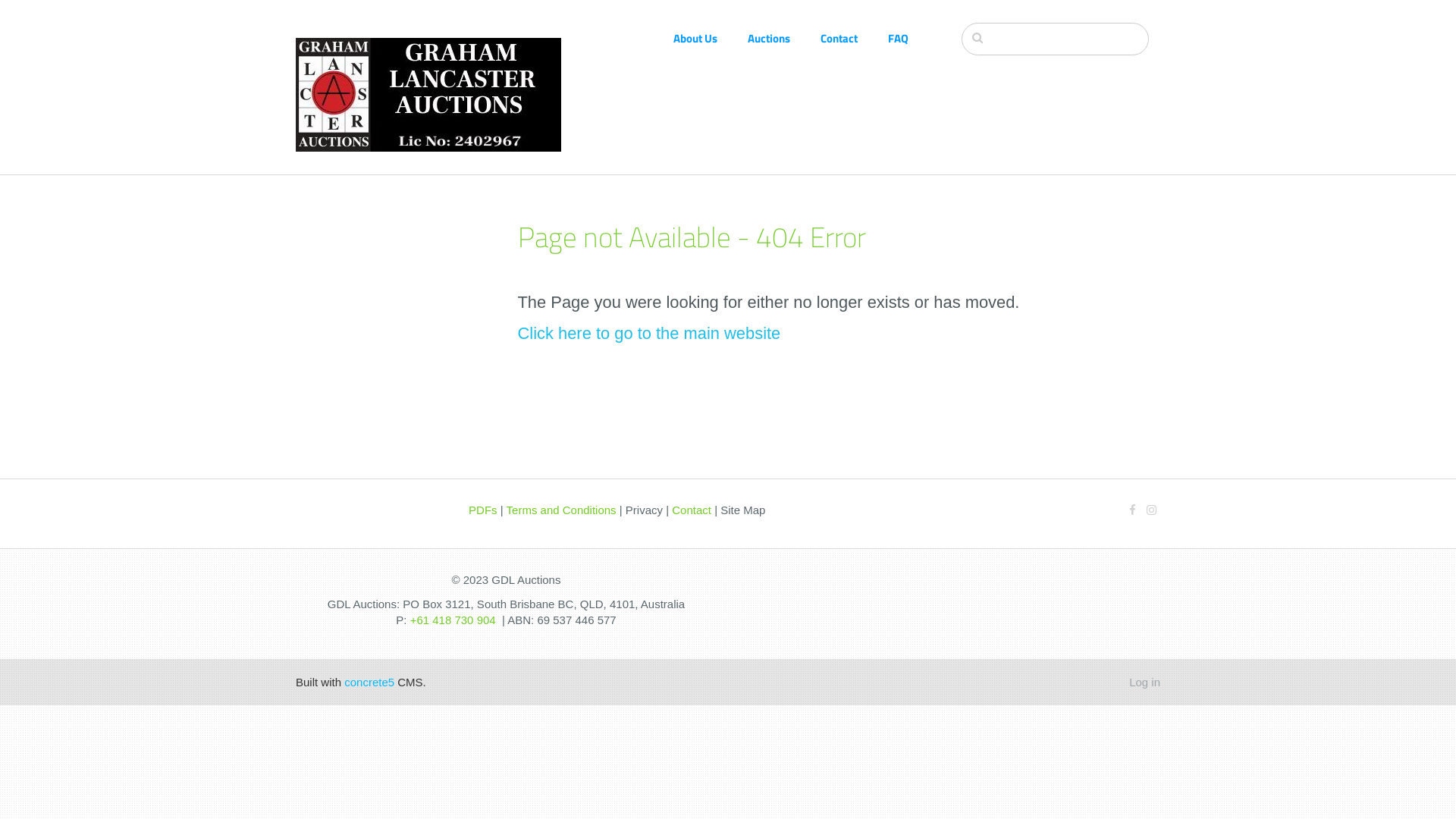  What do you see at coordinates (482, 510) in the screenshot?
I see `'PDFs'` at bounding box center [482, 510].